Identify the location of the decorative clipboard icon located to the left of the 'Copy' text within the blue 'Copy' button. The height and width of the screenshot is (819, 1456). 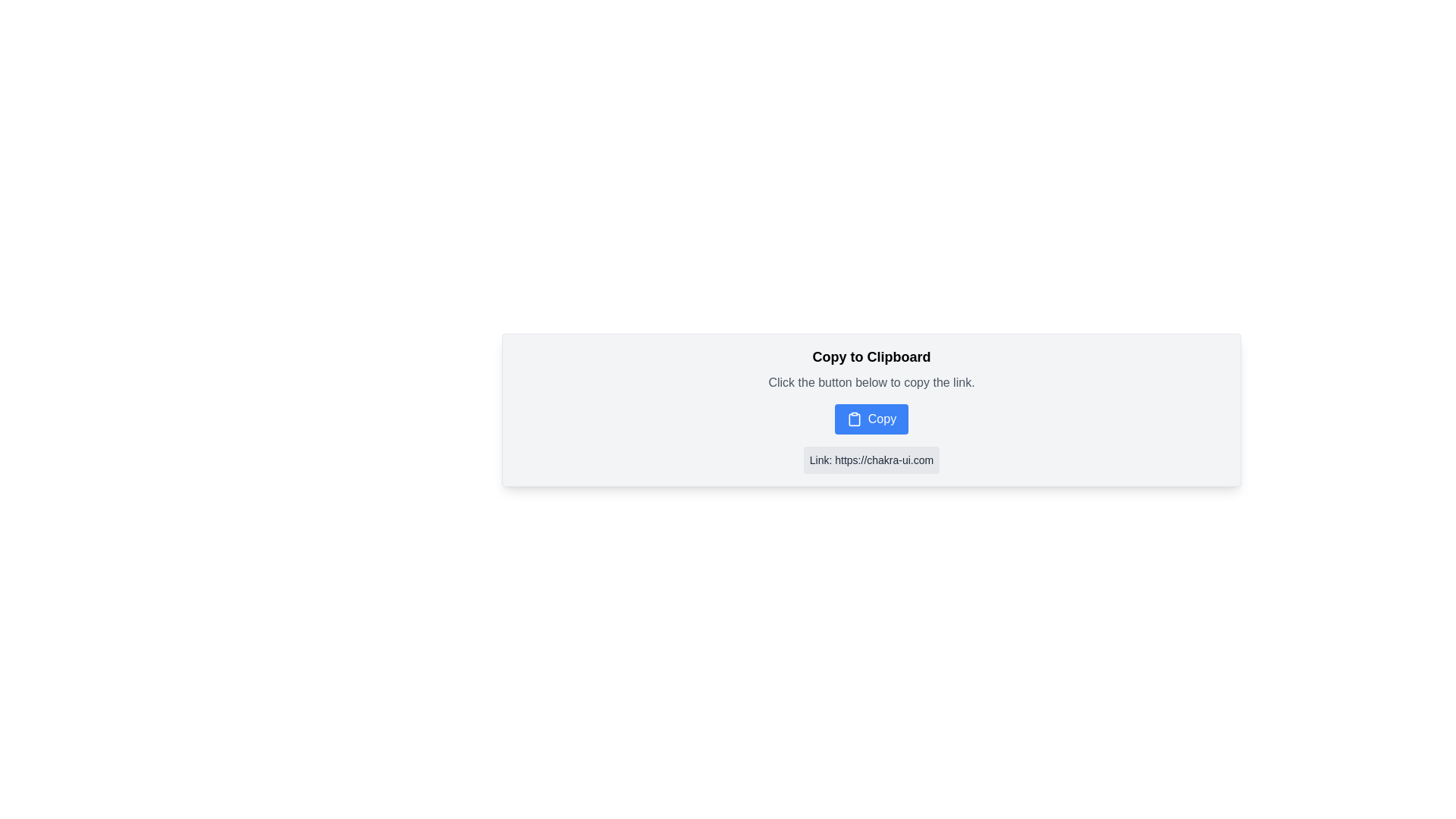
(854, 419).